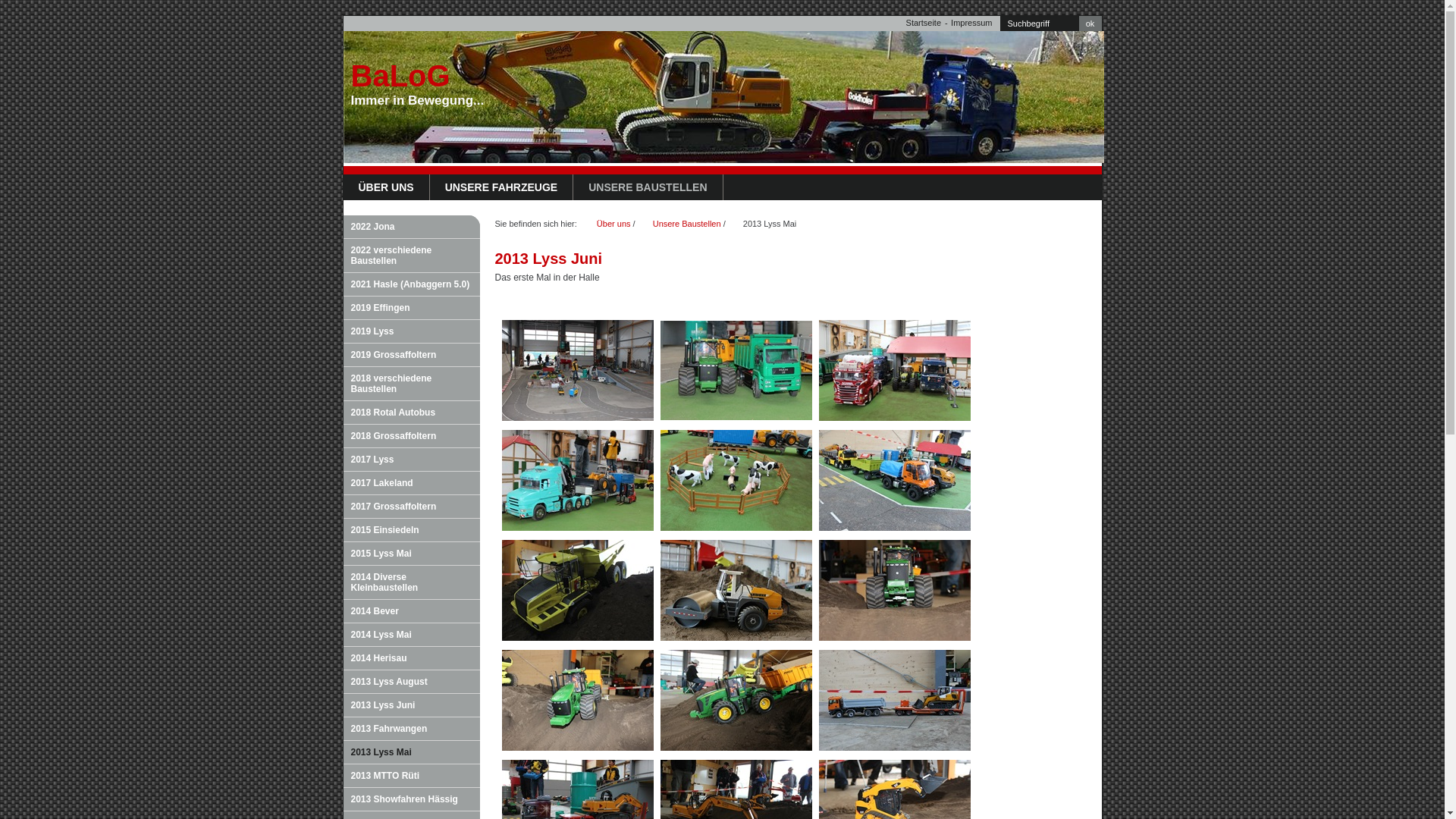  Describe the element at coordinates (341, 529) in the screenshot. I see `'2015 Einsiedeln'` at that location.